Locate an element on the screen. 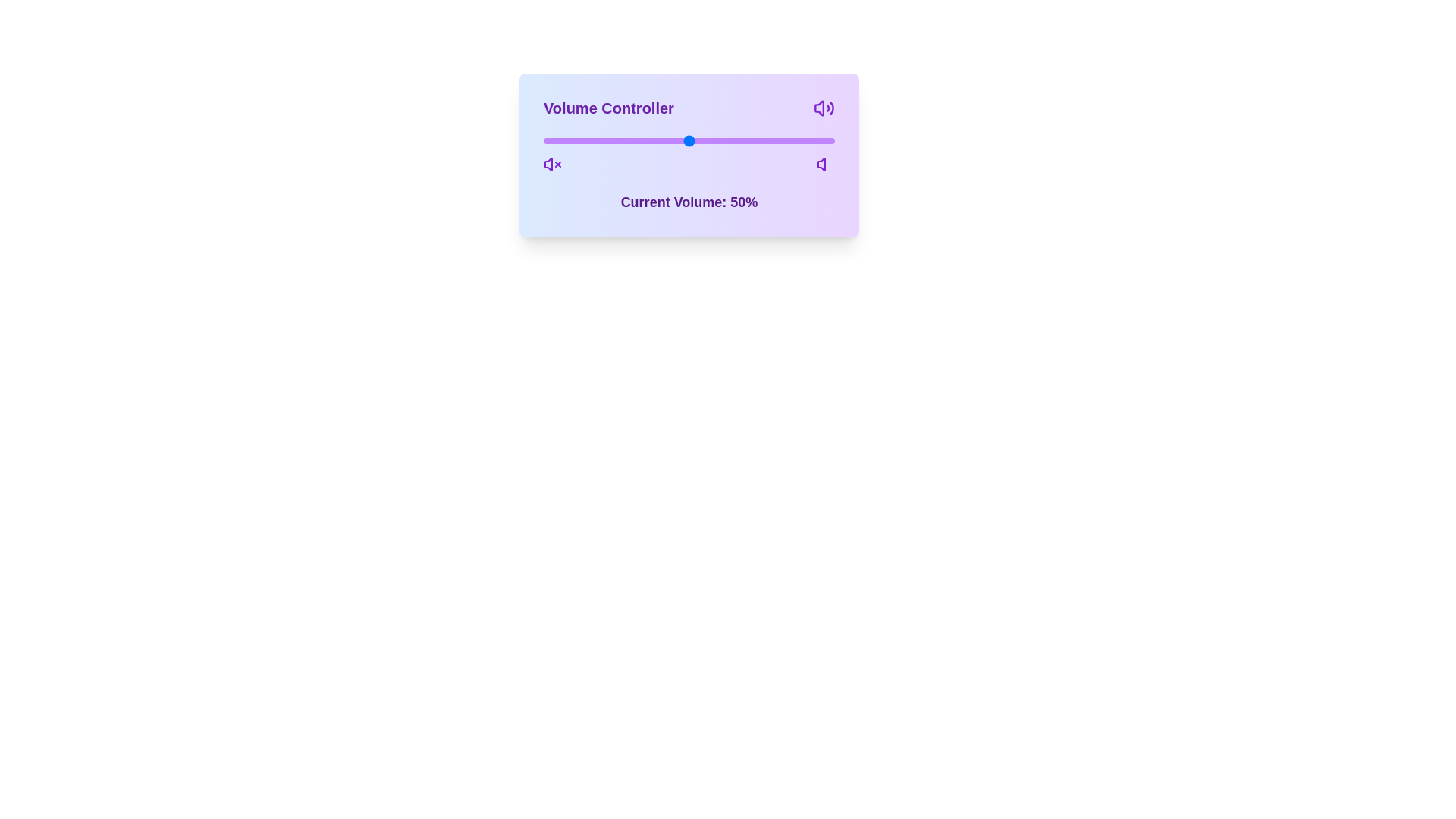 Image resolution: width=1456 pixels, height=819 pixels. the volume slider to 7% is located at coordinates (563, 140).